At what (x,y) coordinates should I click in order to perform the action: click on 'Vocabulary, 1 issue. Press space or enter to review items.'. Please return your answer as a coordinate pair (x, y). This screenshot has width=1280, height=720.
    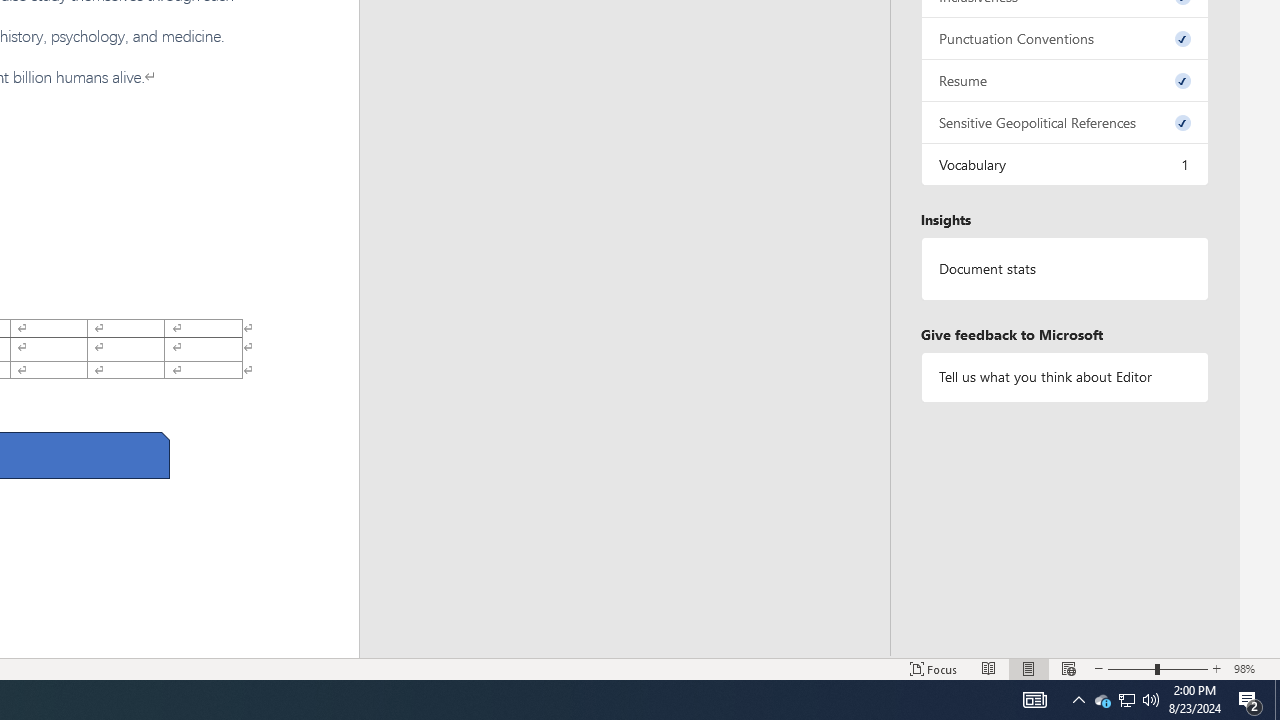
    Looking at the image, I should click on (1063, 163).